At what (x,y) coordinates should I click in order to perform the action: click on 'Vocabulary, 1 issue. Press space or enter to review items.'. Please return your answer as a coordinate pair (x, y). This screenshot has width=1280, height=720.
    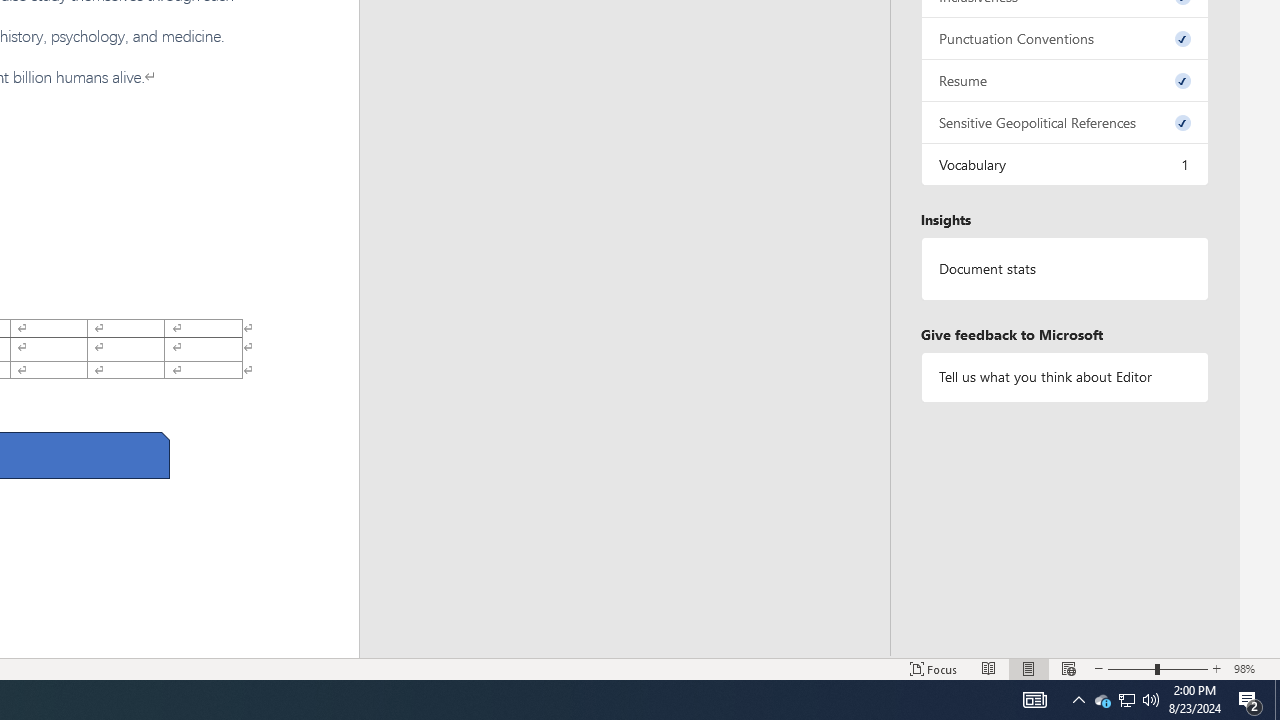
    Looking at the image, I should click on (1063, 163).